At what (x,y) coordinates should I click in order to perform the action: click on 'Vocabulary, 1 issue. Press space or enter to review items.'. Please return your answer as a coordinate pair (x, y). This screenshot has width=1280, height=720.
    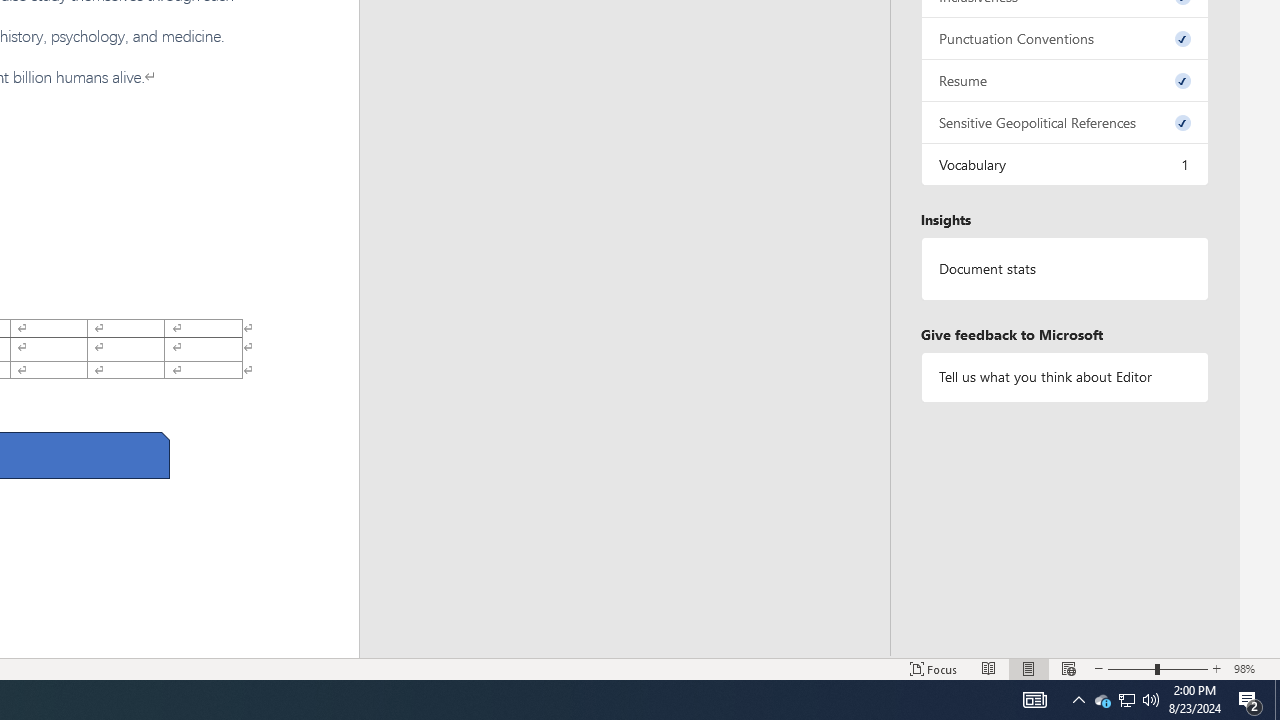
    Looking at the image, I should click on (1063, 163).